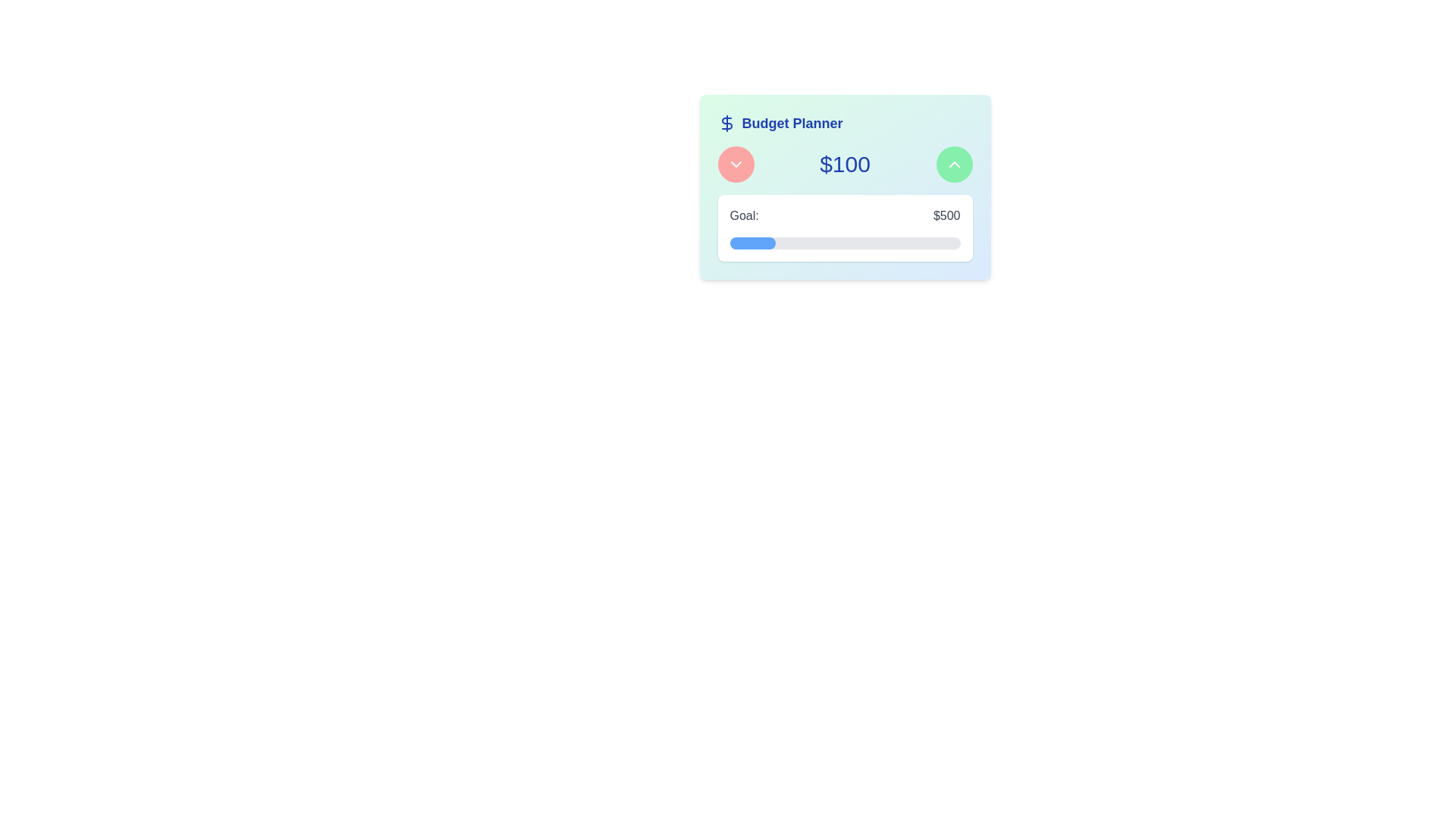 This screenshot has height=819, width=1456. I want to click on the green circular button with a white upward-pointing arrow icon at its center to interact, so click(953, 164).